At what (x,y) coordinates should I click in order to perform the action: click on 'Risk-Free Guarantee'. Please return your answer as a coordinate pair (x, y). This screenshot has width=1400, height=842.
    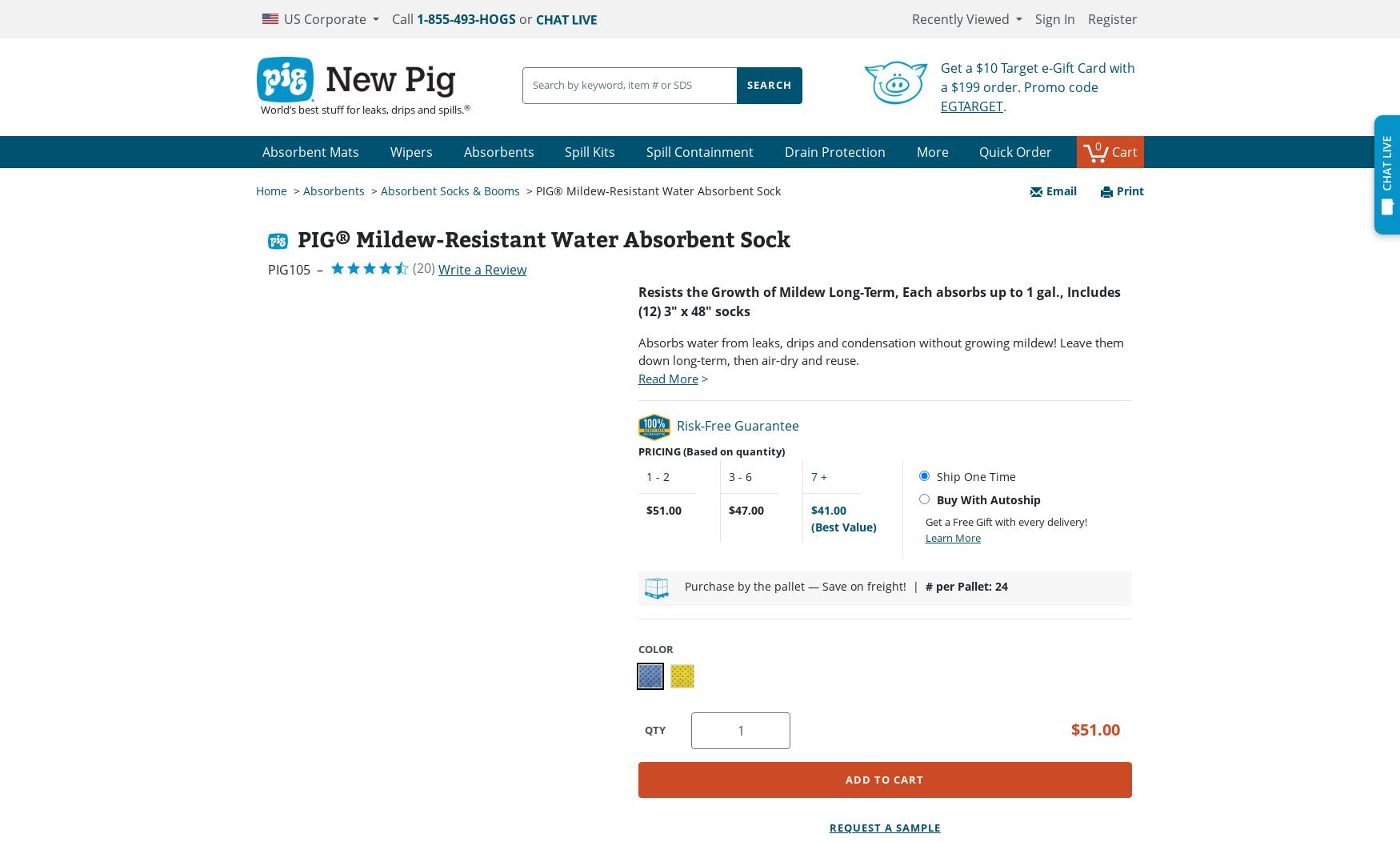
    Looking at the image, I should click on (676, 425).